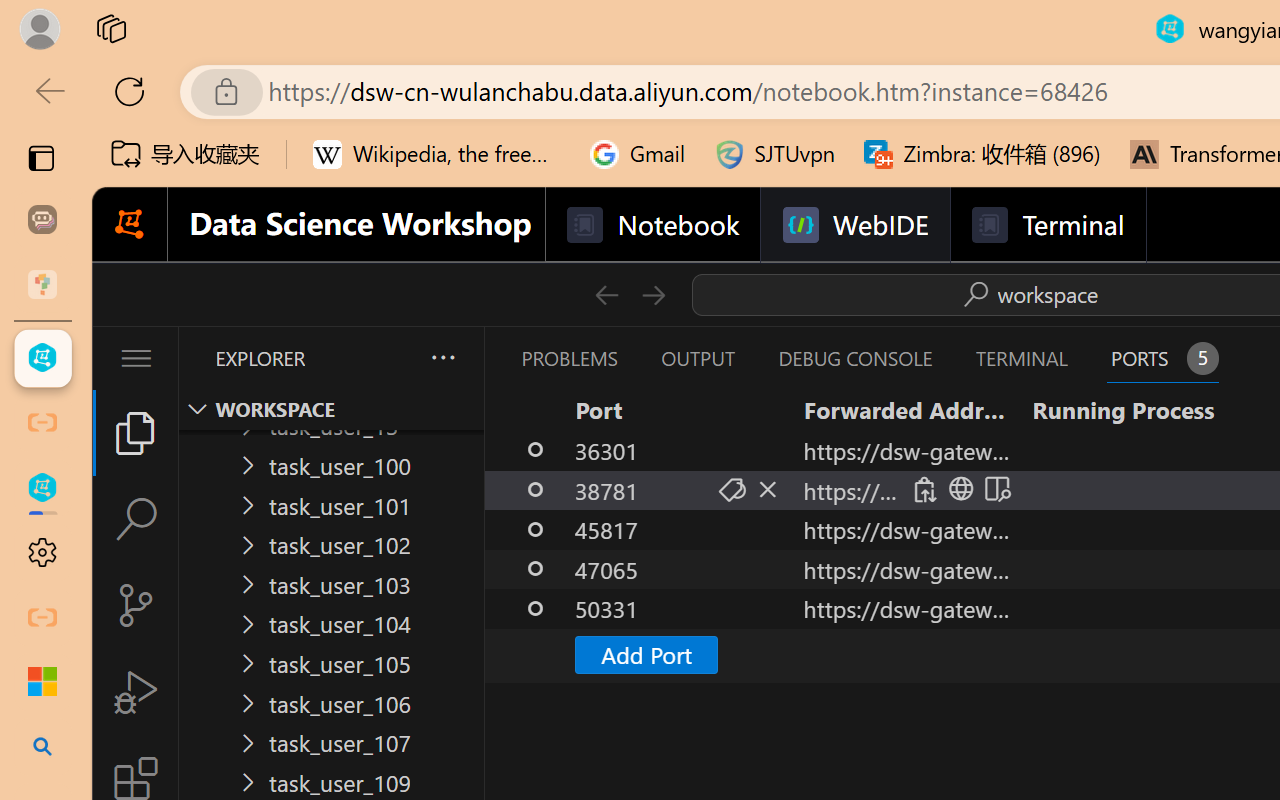  I want to click on 'Views and More Actions...', so click(441, 357).